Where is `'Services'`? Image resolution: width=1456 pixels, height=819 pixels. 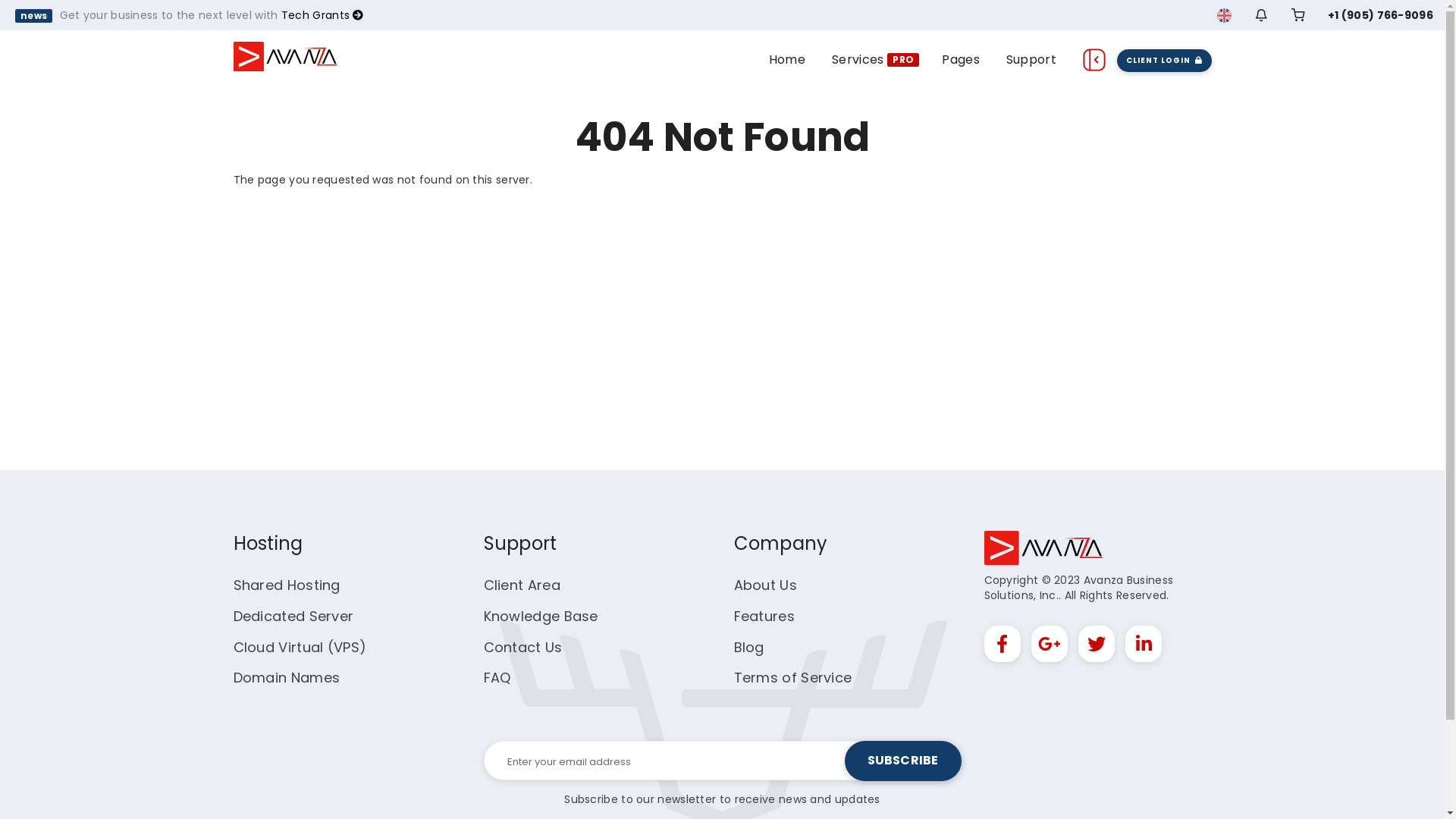 'Services' is located at coordinates (858, 58).